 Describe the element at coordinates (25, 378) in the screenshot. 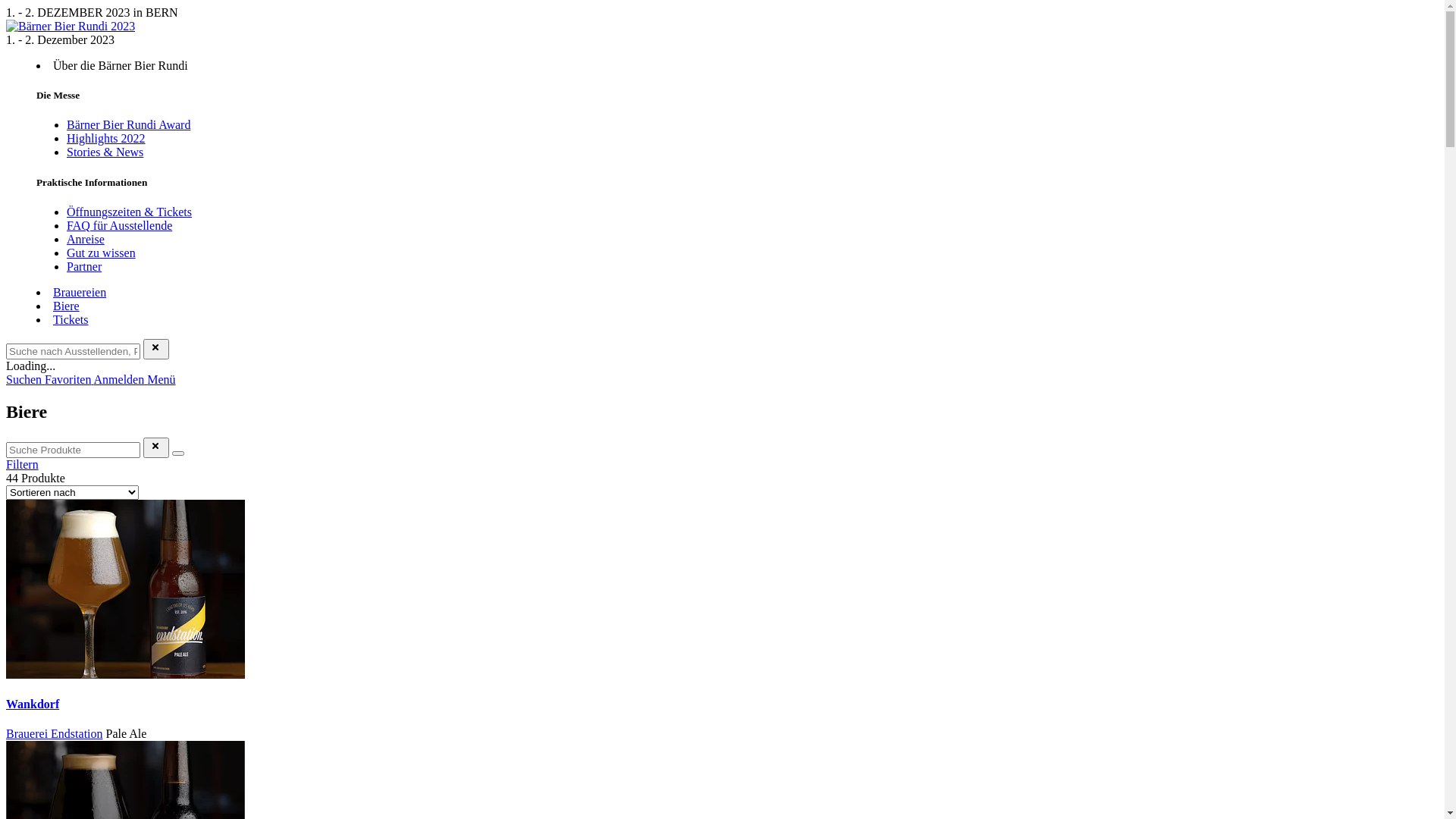

I see `'Suchen'` at that location.